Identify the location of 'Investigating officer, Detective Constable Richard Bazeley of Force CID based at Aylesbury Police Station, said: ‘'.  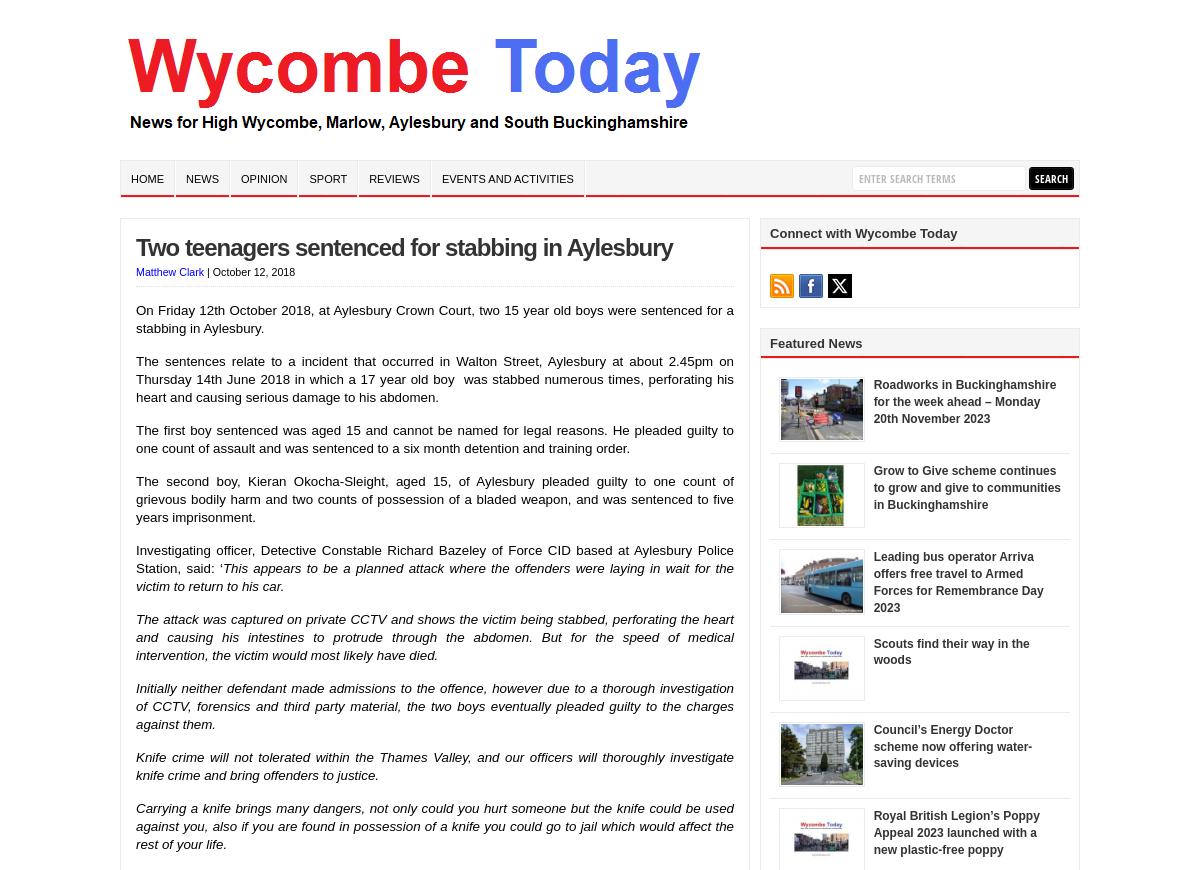
(435, 557).